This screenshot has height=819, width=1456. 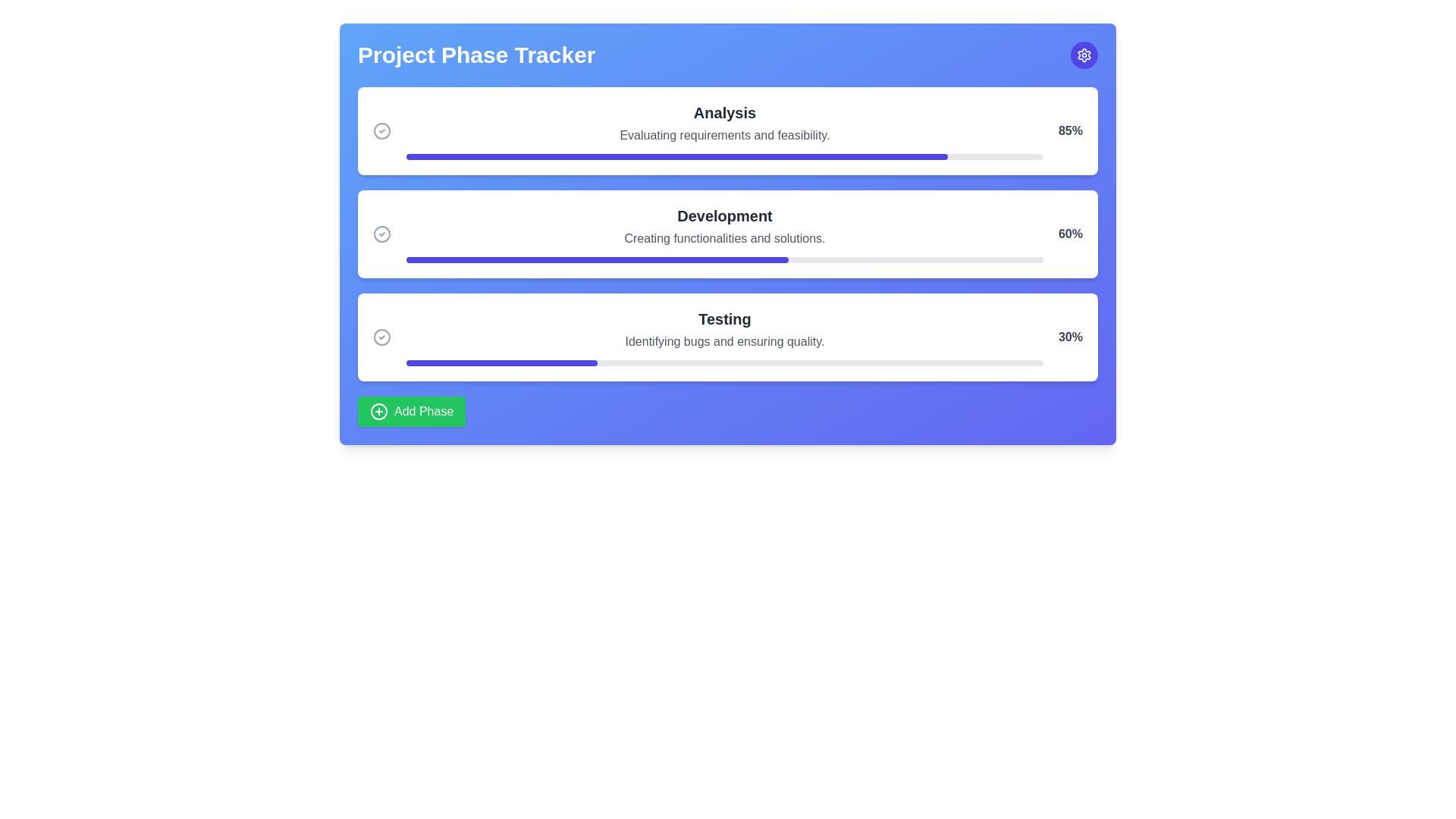 I want to click on the circular '+' icon with a green border inside the 'Add Phase' button located at the bottom-left corner of the card, so click(x=378, y=412).